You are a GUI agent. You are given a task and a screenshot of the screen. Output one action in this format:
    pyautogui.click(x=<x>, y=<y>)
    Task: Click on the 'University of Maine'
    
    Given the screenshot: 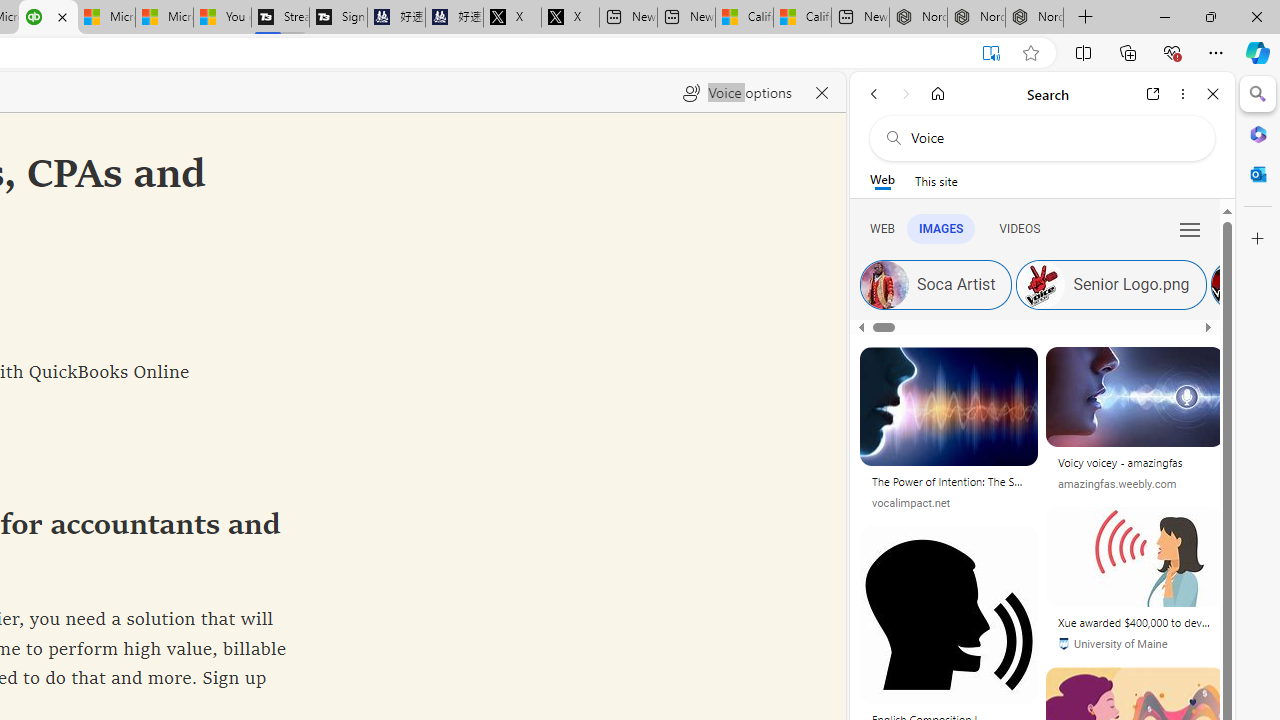 What is the action you would take?
    pyautogui.click(x=1135, y=644)
    